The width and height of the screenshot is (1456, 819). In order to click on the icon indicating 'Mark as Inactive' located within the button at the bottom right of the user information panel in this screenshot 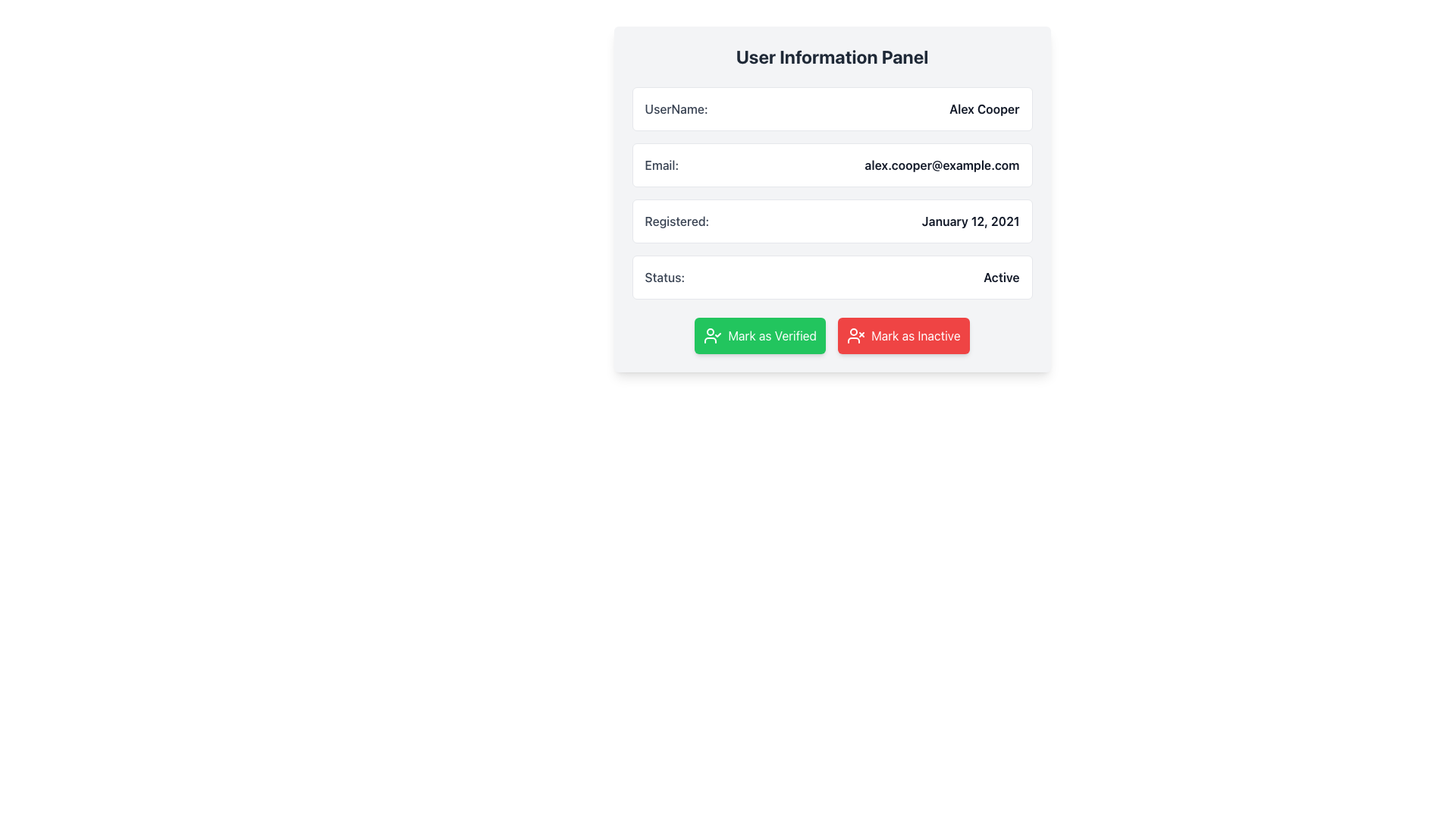, I will do `click(855, 335)`.